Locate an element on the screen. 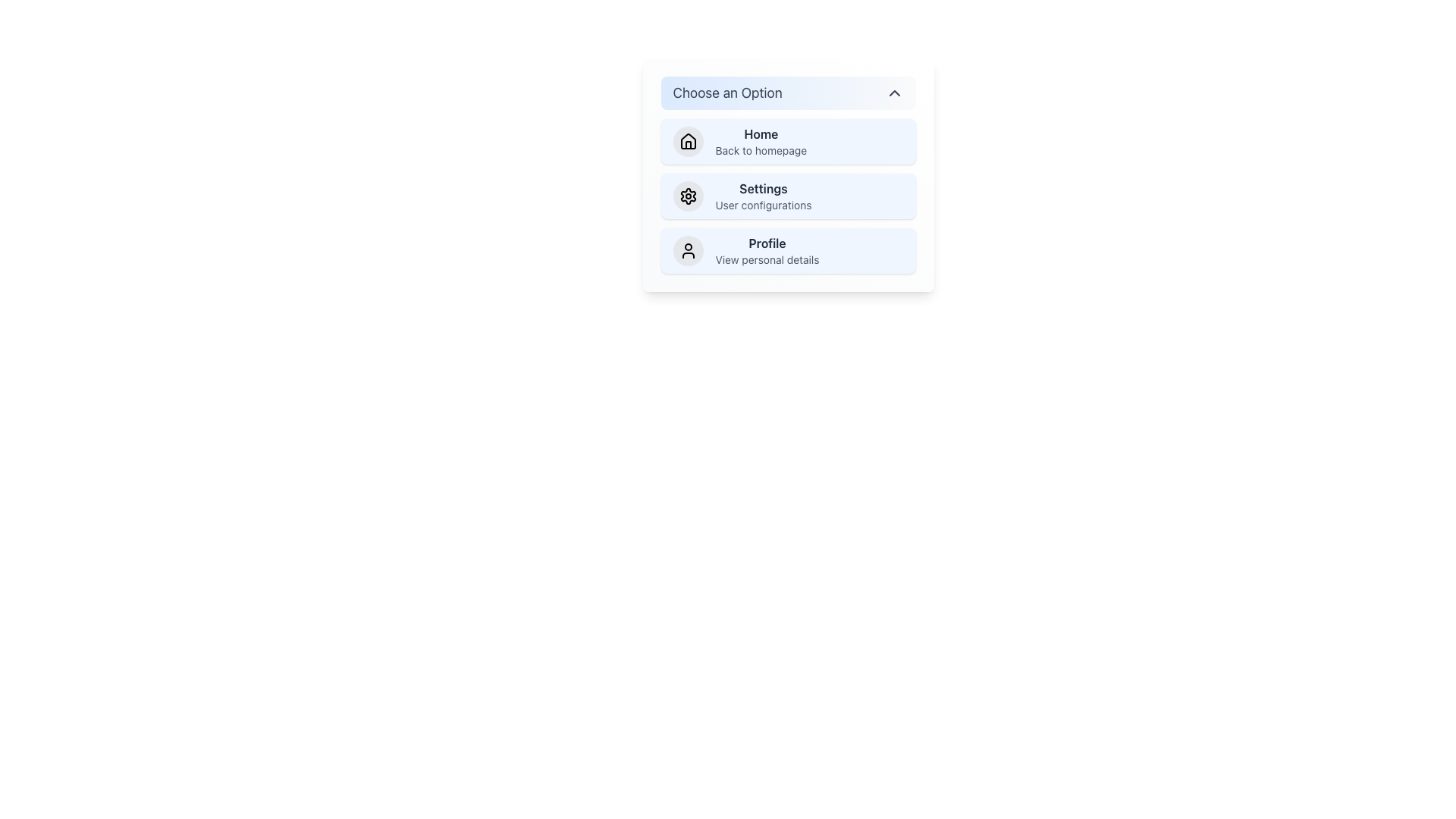 The height and width of the screenshot is (819, 1456). the gear-shaped icon representing settings, located in the 'Settings' section of the menu, to interact with the settings function is located at coordinates (687, 195).